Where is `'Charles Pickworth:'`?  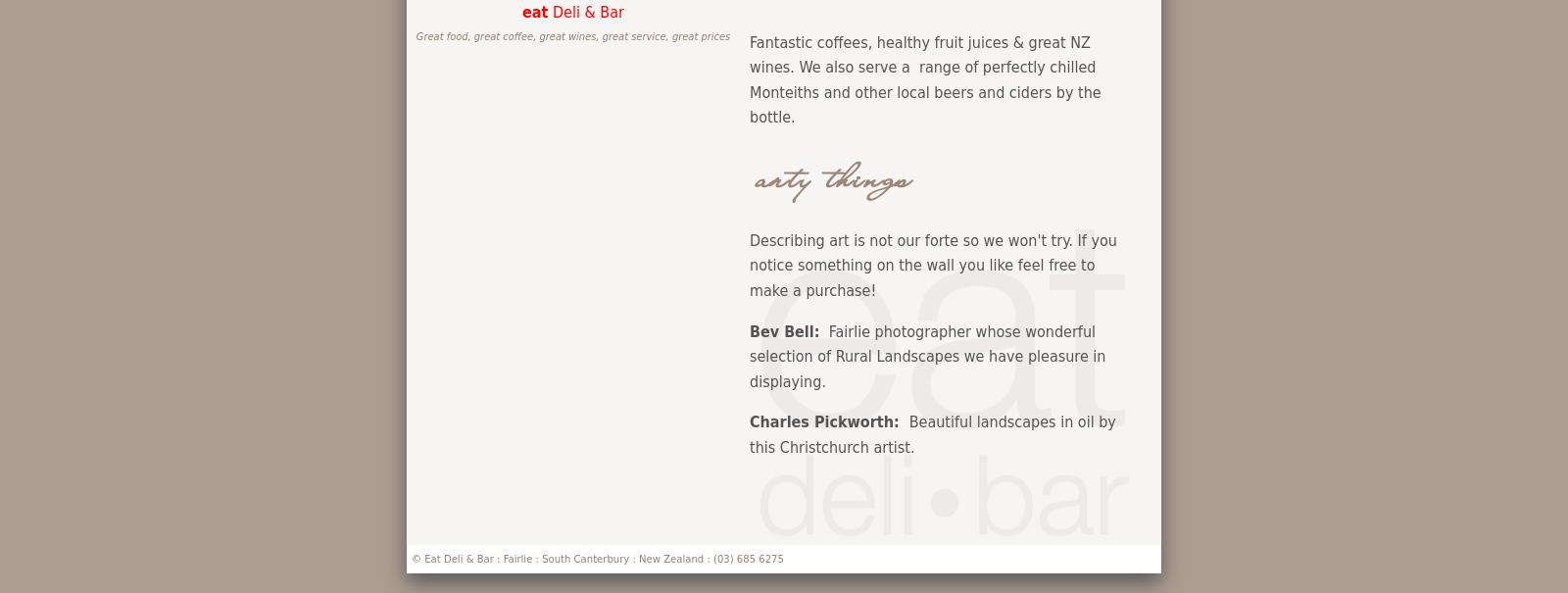 'Charles Pickworth:' is located at coordinates (828, 420).